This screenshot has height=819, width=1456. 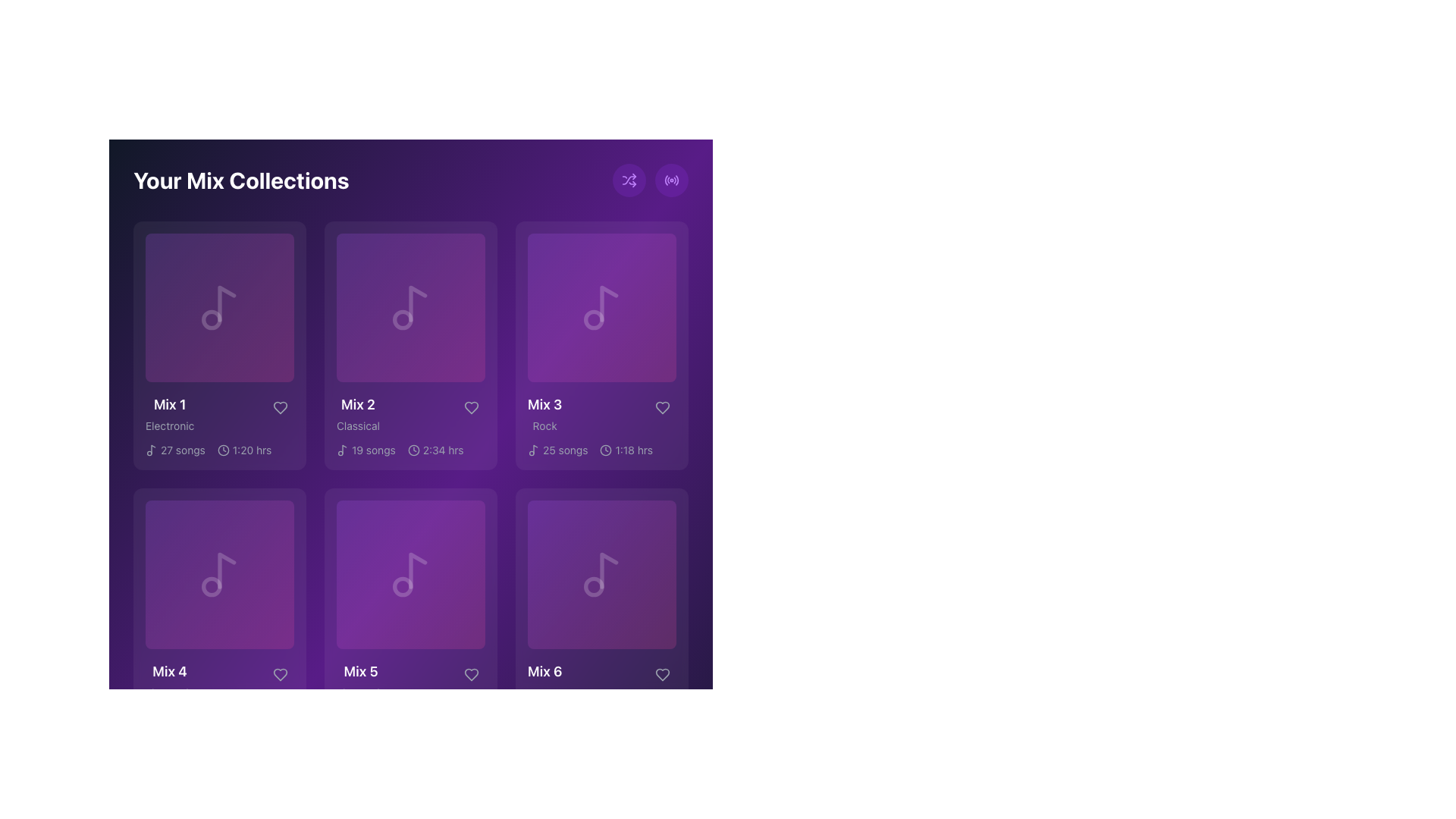 What do you see at coordinates (544, 414) in the screenshot?
I see `the text element displaying 'Mix 3' and 'Rock', which is styled with a bold white font for the title and a smaller gray font for the subtitle, located in the third column of the first row of the music collection item` at bounding box center [544, 414].